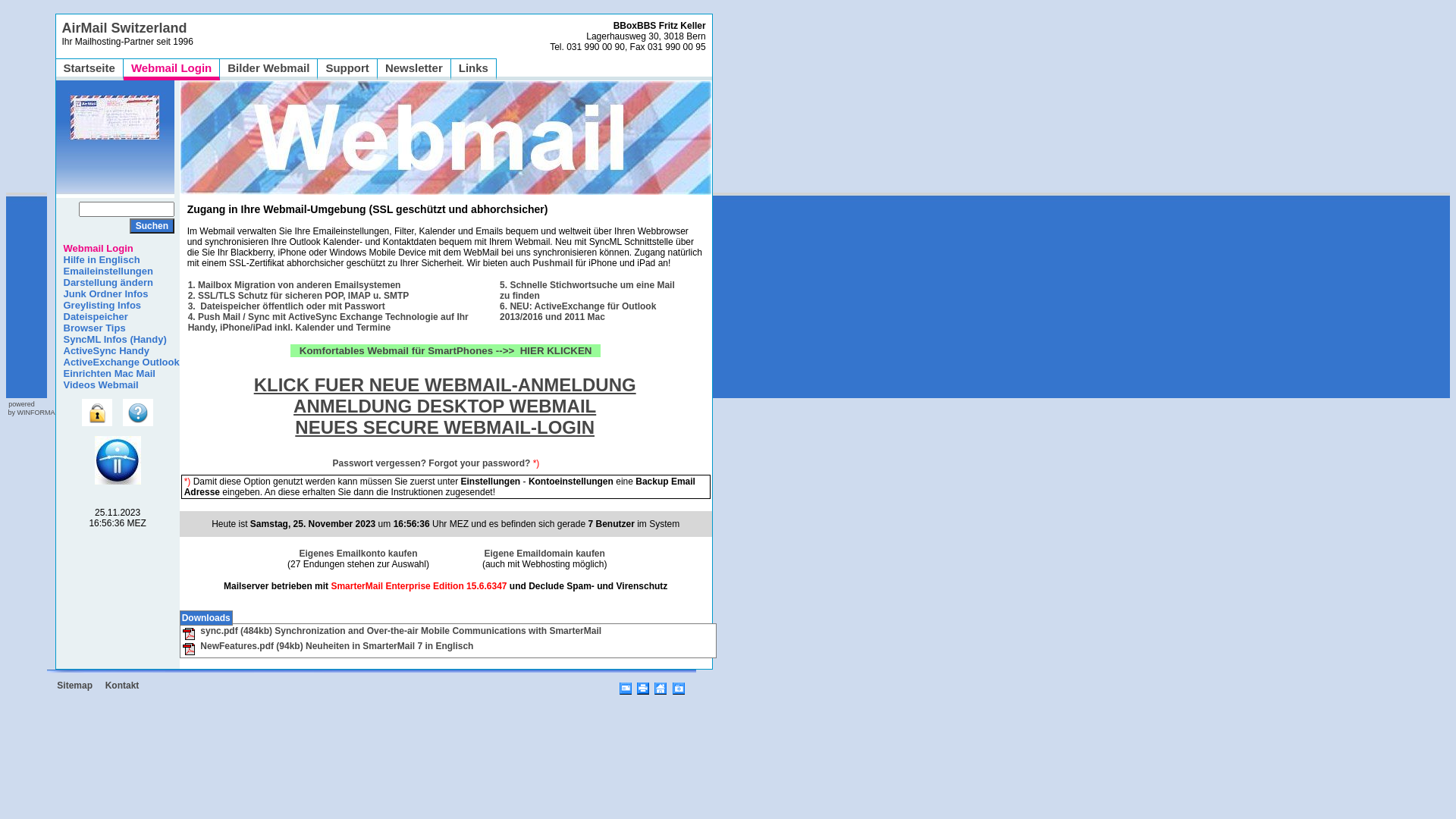  I want to click on 'Passwort vergessen? Forgot your password?', so click(431, 467).